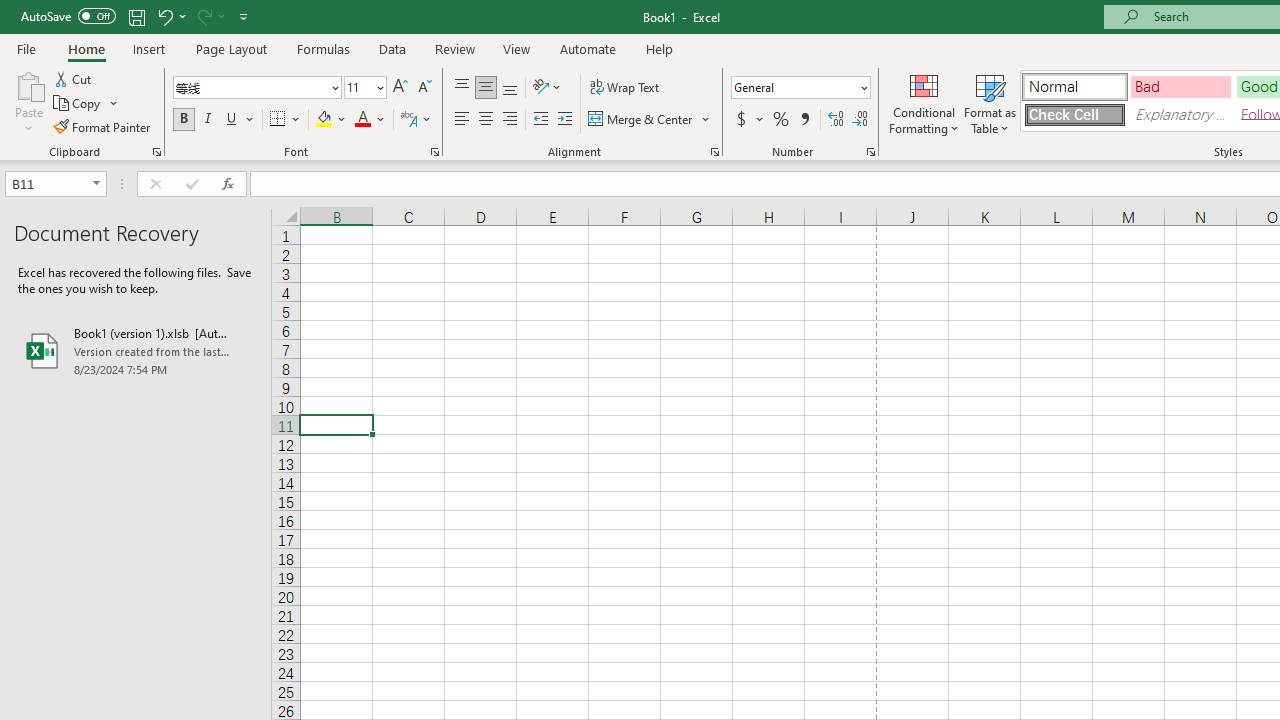  What do you see at coordinates (641, 119) in the screenshot?
I see `'Merge & Center'` at bounding box center [641, 119].